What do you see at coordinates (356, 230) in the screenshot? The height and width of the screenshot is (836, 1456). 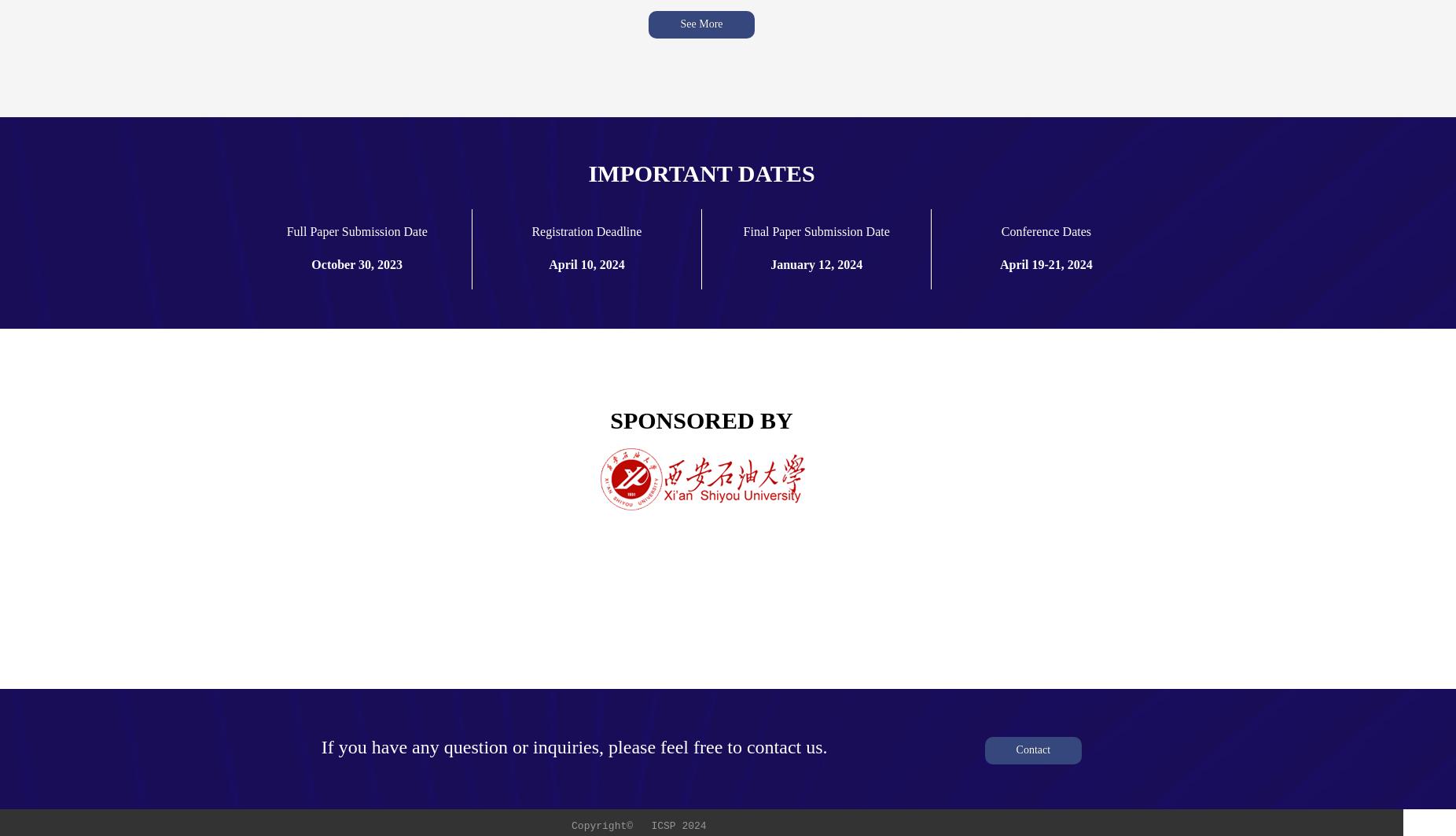 I see `'Full Paper Submission Date'` at bounding box center [356, 230].